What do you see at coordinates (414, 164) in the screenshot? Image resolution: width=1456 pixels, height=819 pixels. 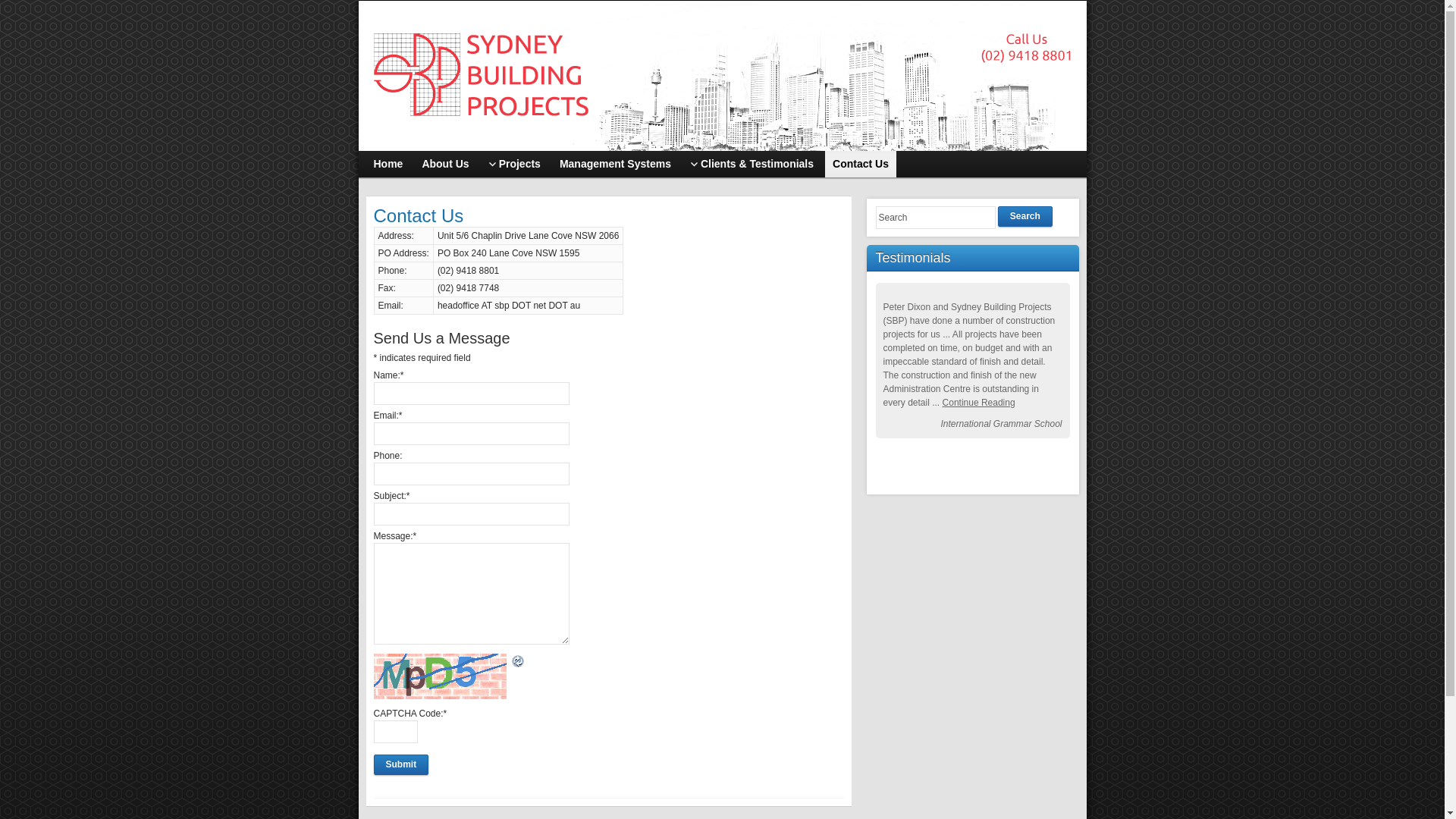 I see `'About Us'` at bounding box center [414, 164].